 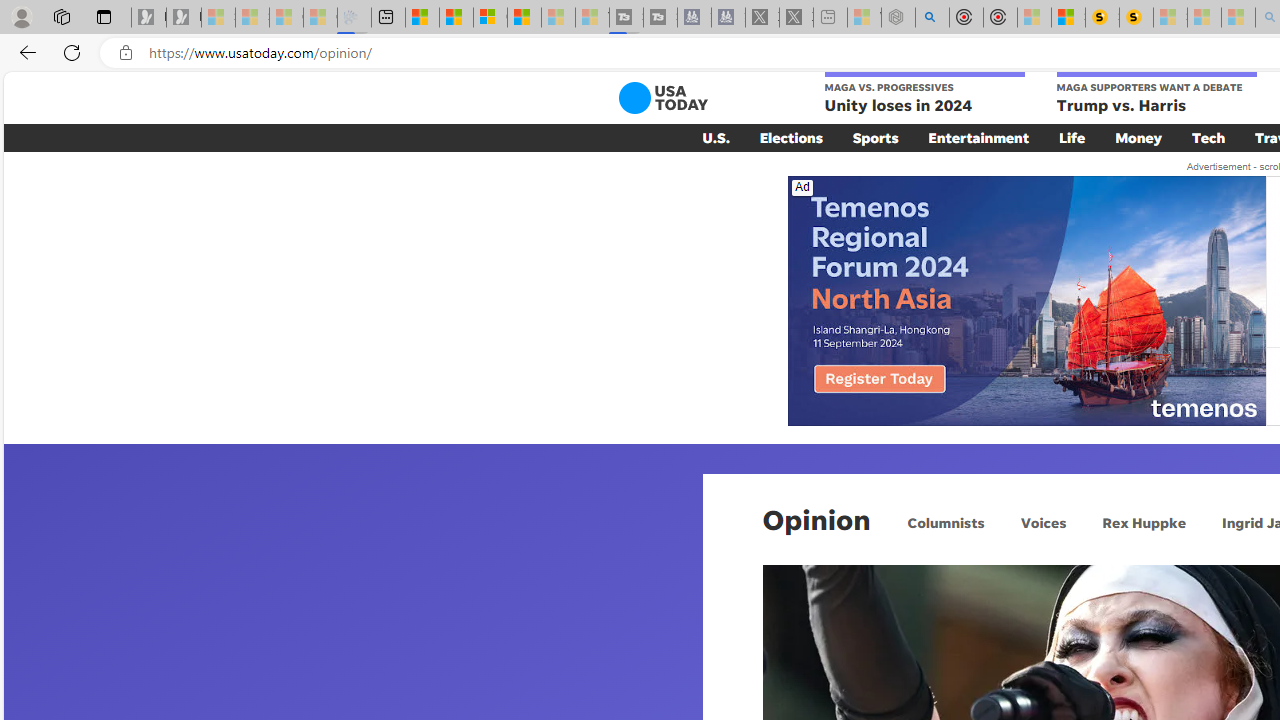 I want to click on 'U.S.', so click(x=716, y=136).